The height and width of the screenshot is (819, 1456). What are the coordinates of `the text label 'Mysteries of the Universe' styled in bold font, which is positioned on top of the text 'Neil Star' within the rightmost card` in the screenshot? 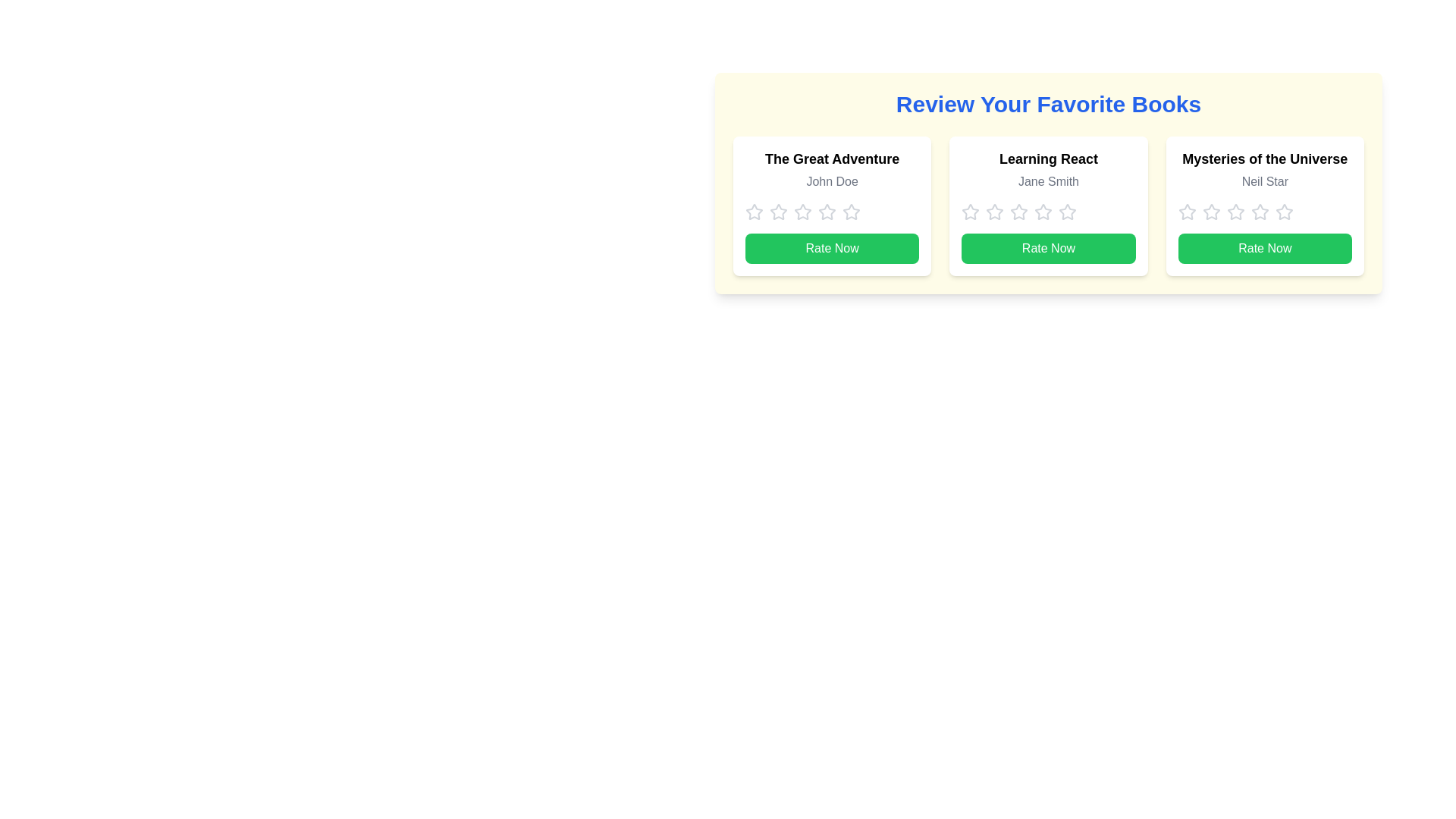 It's located at (1265, 158).